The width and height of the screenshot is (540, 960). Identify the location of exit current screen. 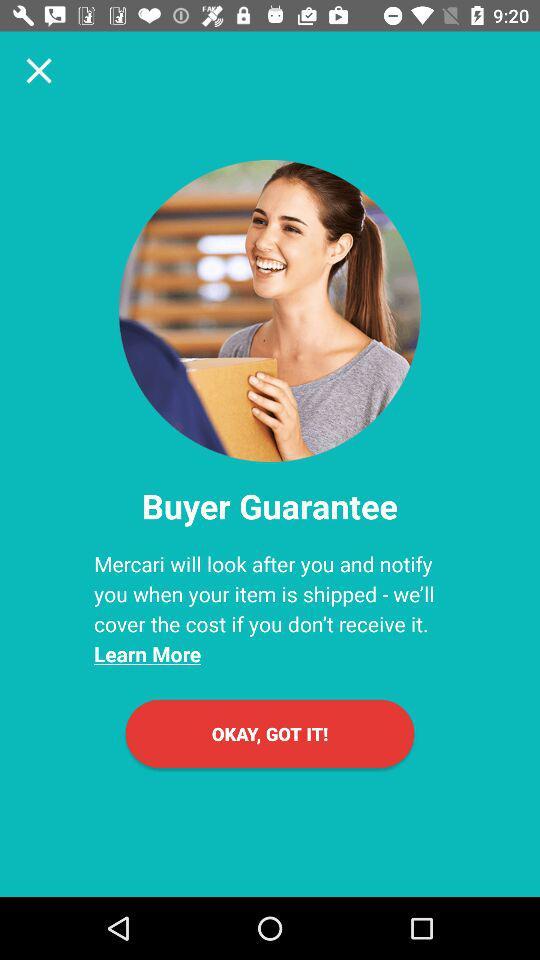
(39, 70).